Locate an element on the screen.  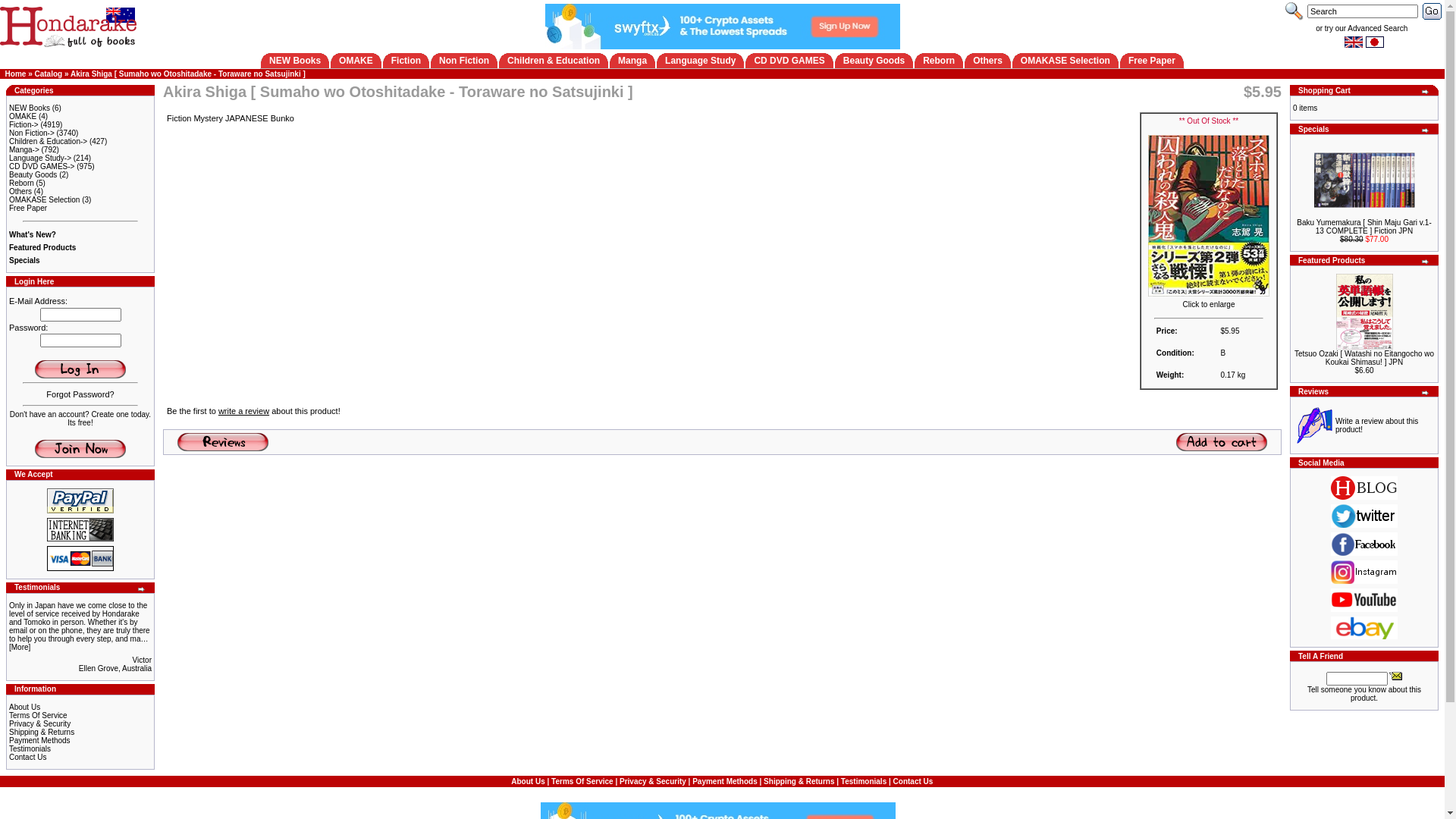
'Reborn' is located at coordinates (938, 60).